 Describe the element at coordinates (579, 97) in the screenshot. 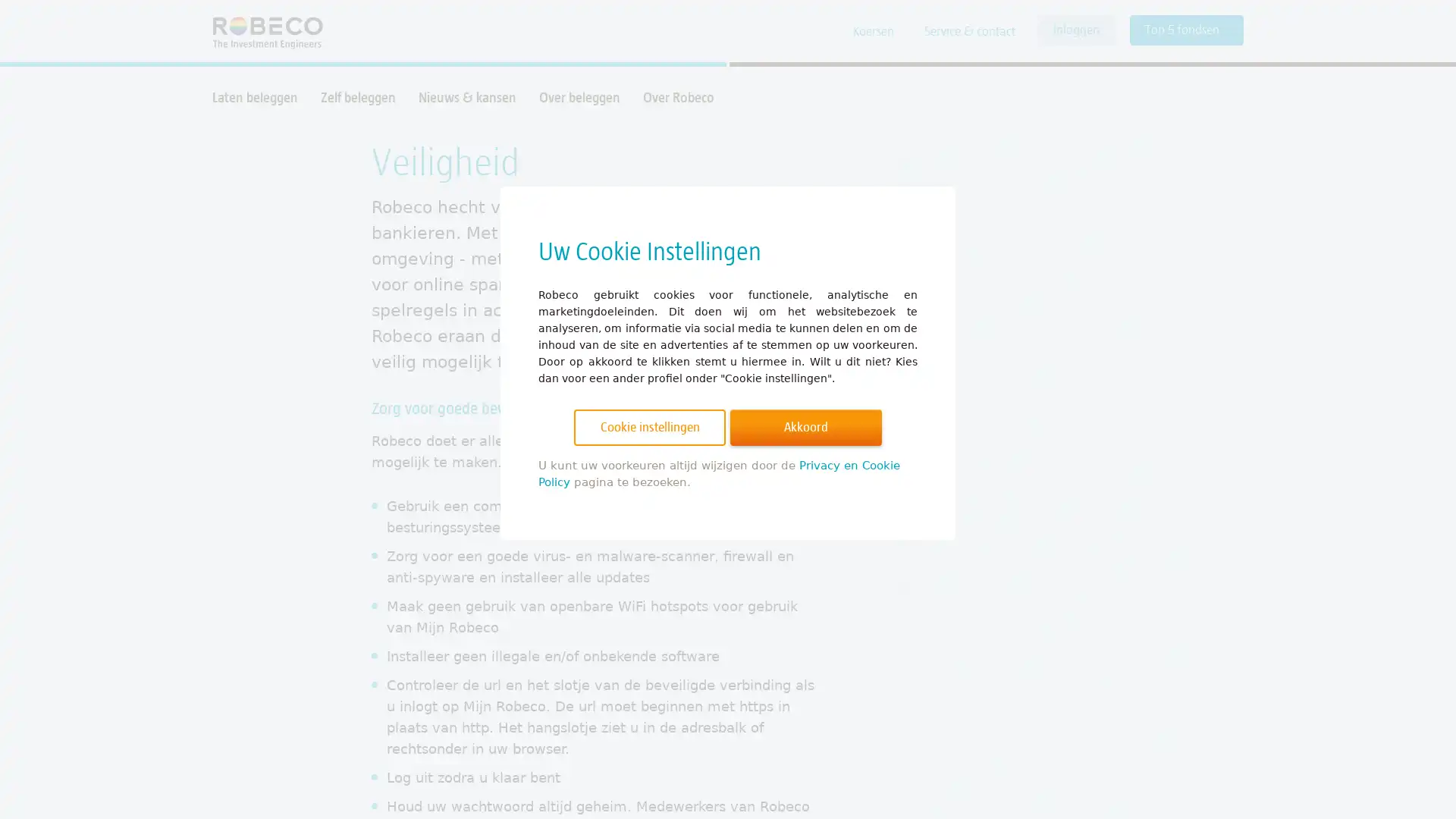

I see `Over beleggen` at that location.